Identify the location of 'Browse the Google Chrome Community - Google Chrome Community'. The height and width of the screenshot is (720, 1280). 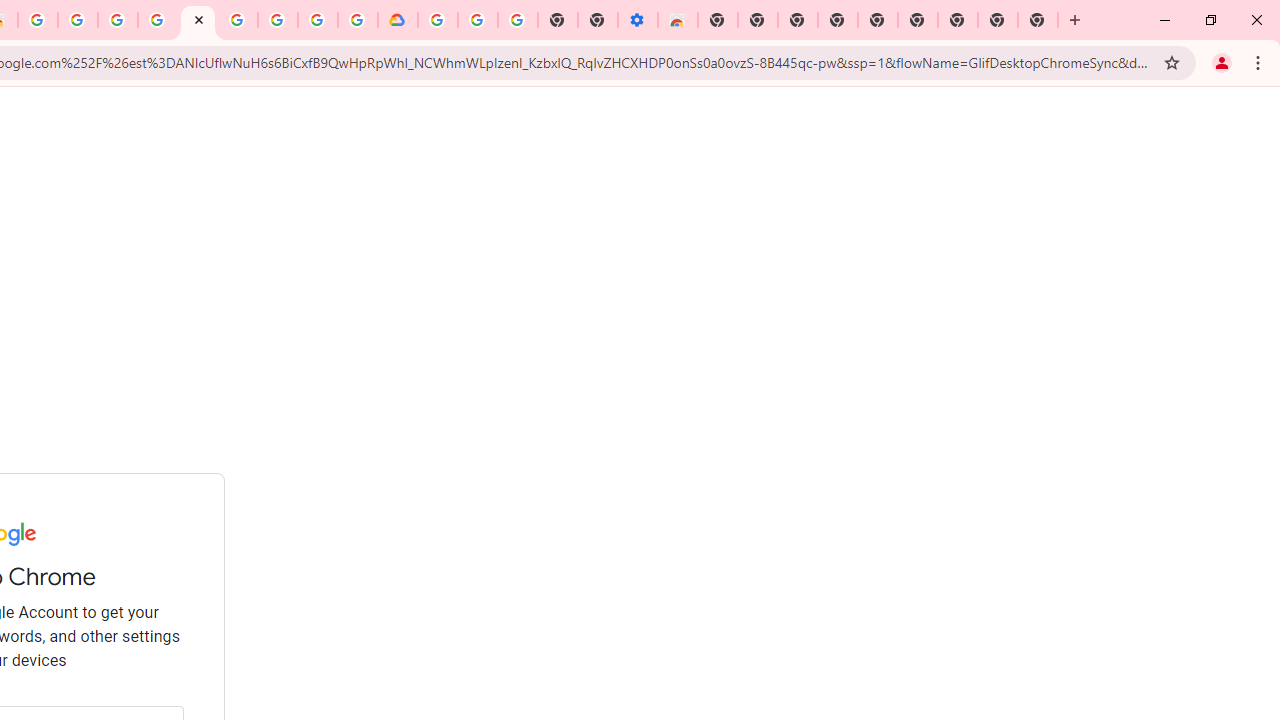
(357, 20).